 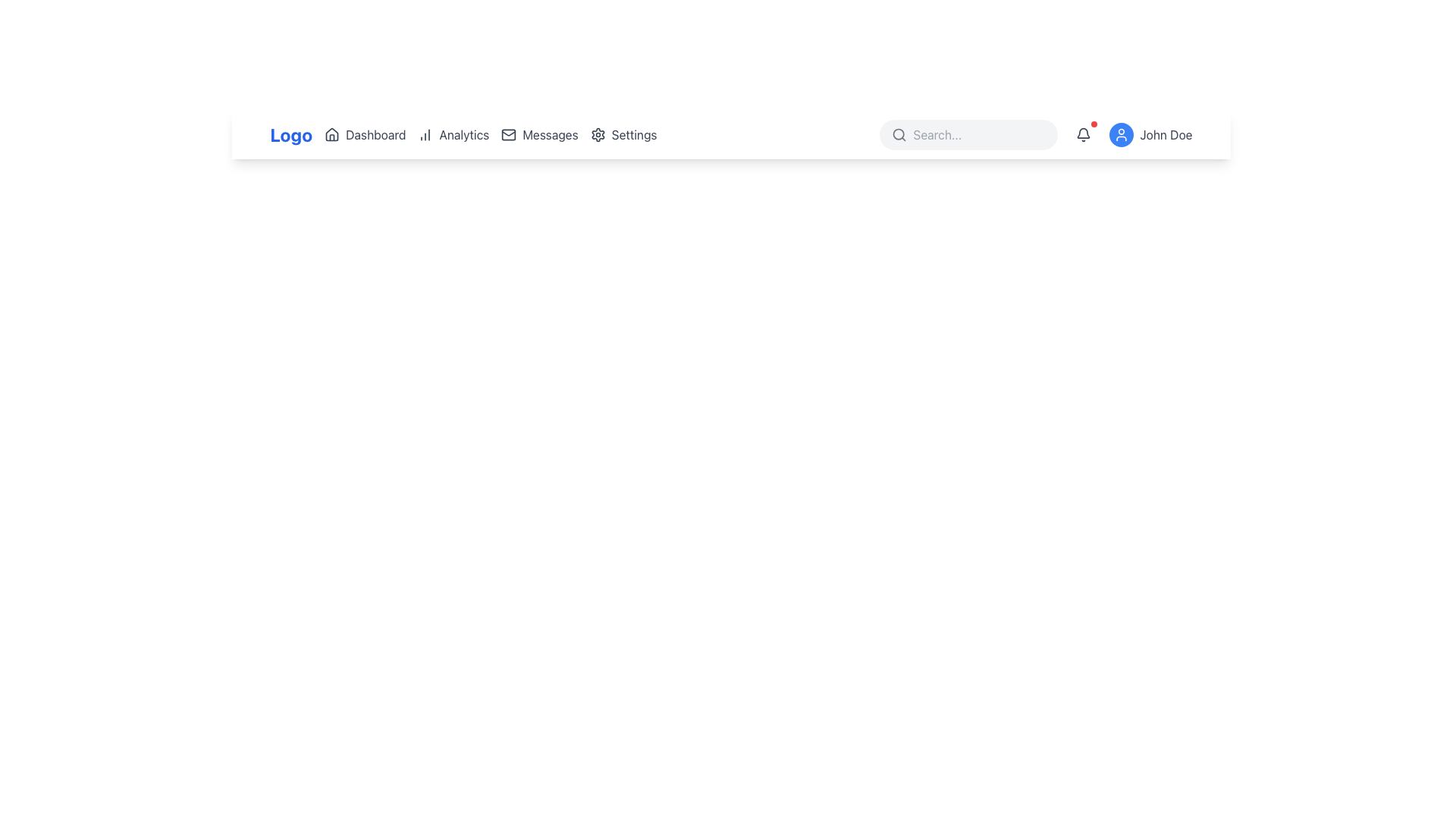 I want to click on the main rectangular area of the envelope icon representing the 'Messages' section in the user interface, so click(x=509, y=133).